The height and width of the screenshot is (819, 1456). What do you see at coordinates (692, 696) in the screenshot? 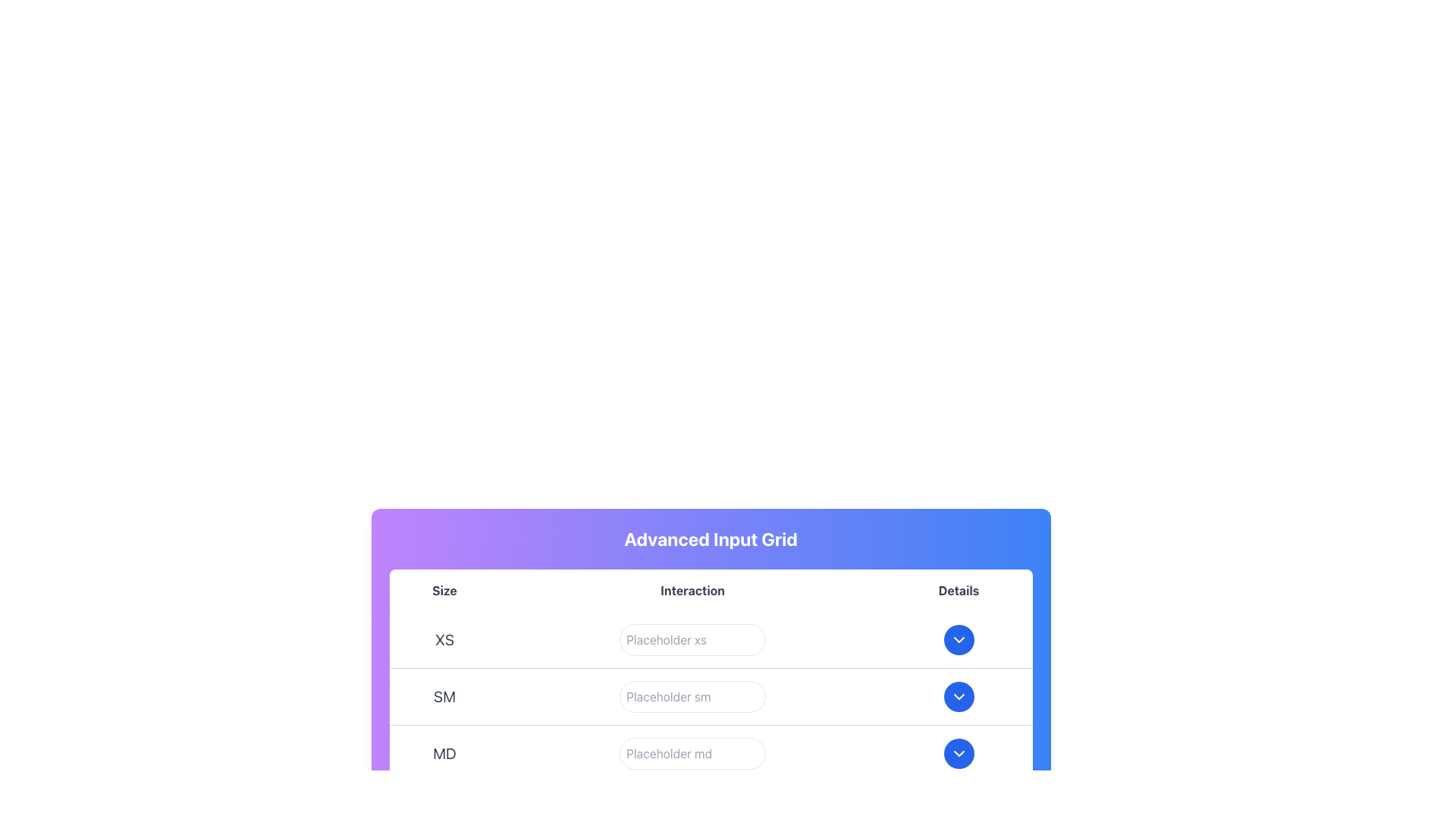
I see `the Text input field labeled 'SM'` at bounding box center [692, 696].